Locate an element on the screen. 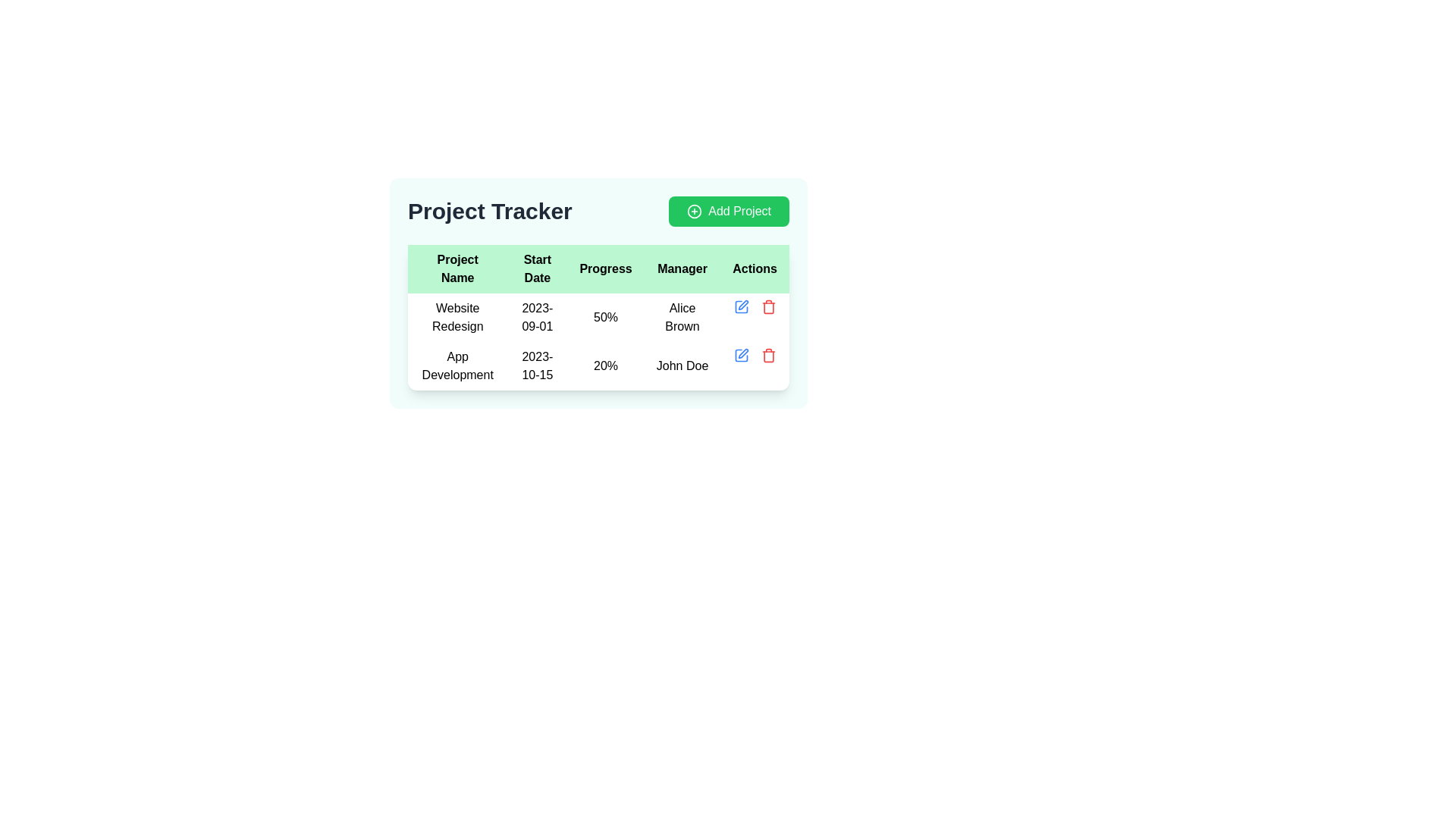 This screenshot has width=1456, height=819. text label displaying '2023-09-01' located in the second column of the first row in the table adjacent to 'Website Redesign' and '50% is located at coordinates (537, 317).